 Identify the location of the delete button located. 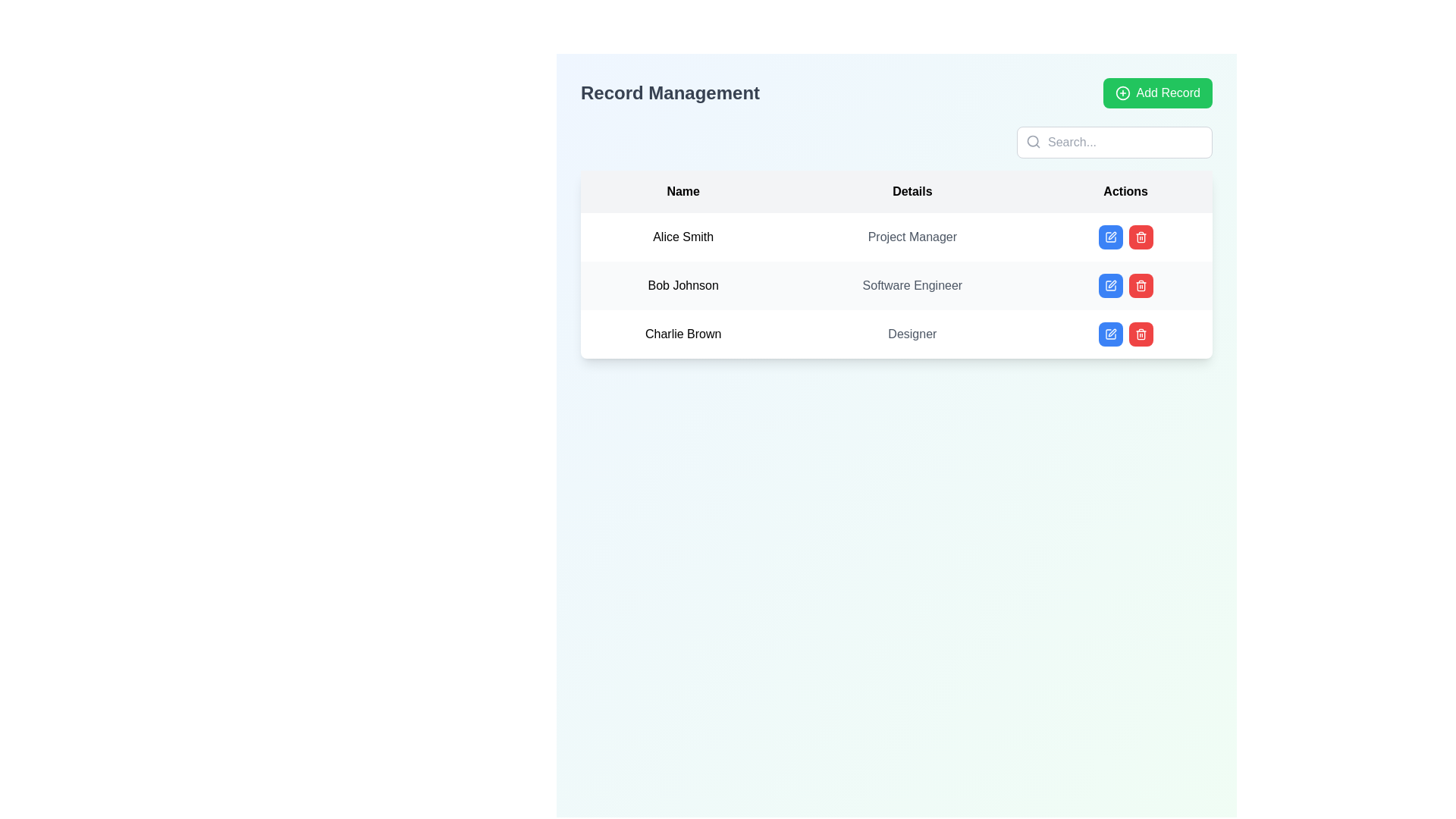
(1141, 286).